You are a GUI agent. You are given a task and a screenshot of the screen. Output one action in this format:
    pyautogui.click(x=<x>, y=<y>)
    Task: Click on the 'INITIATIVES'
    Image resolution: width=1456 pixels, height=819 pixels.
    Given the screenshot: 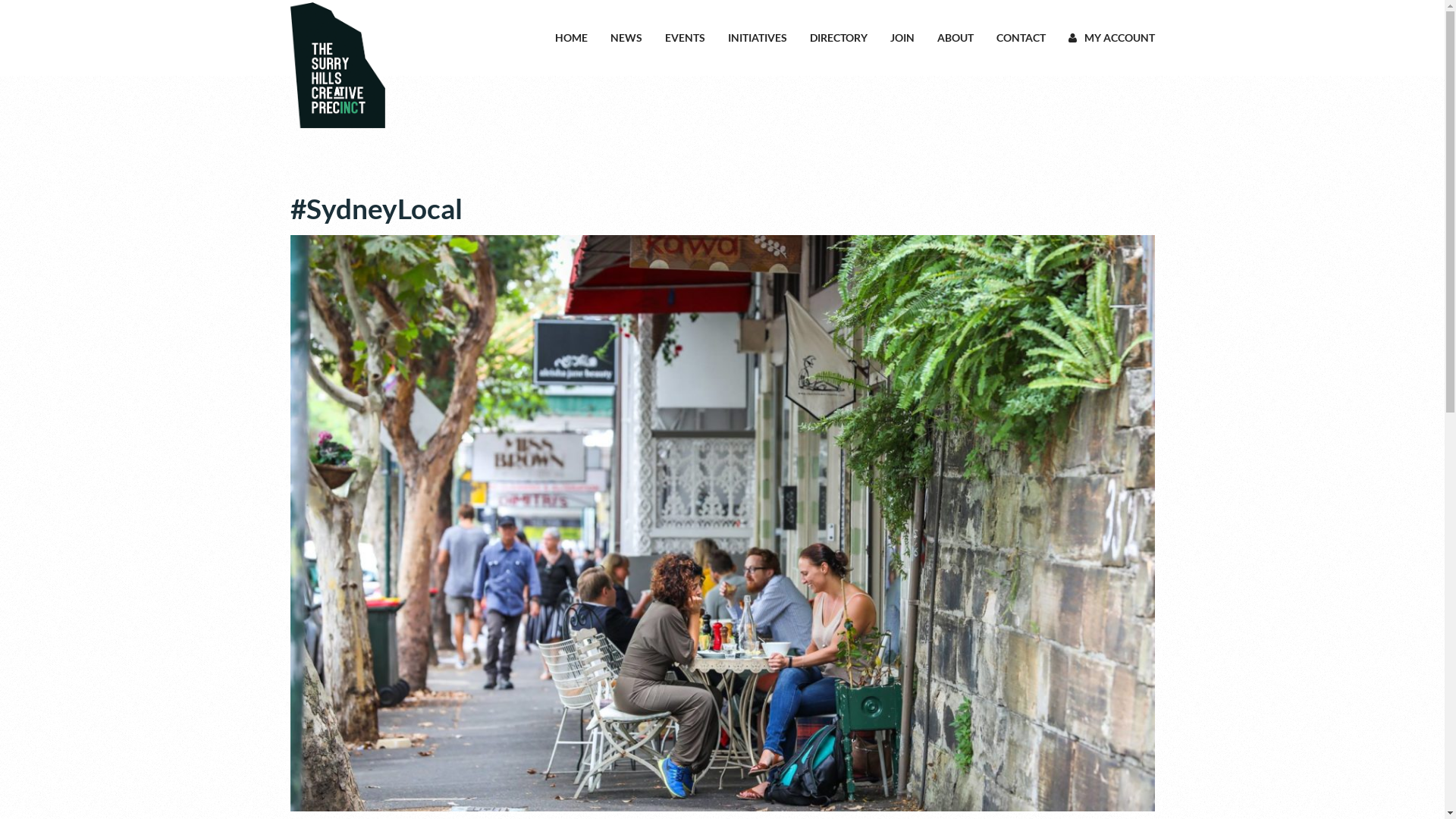 What is the action you would take?
    pyautogui.click(x=728, y=37)
    